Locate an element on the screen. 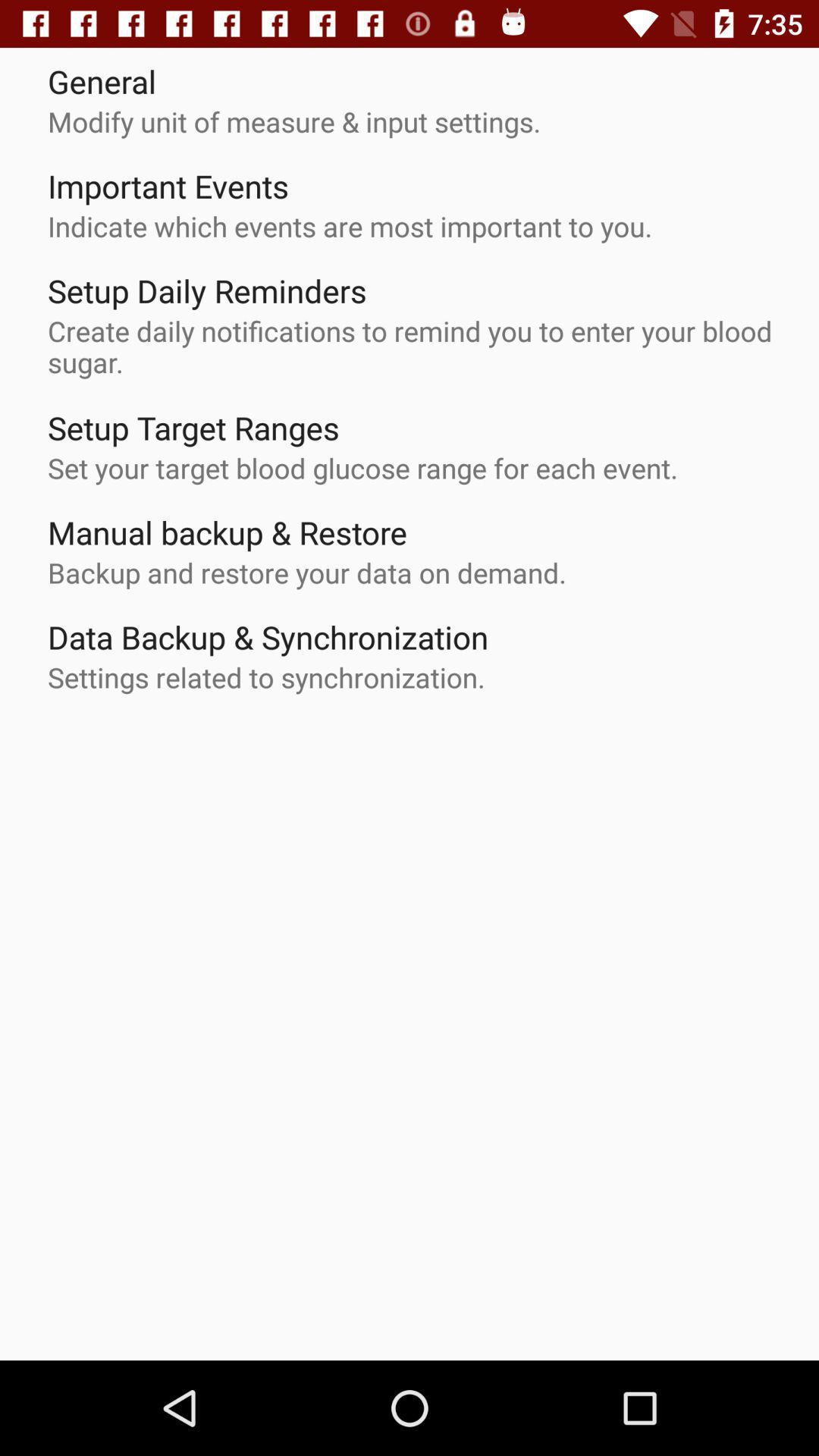 The width and height of the screenshot is (819, 1456). modify unit of icon is located at coordinates (294, 121).